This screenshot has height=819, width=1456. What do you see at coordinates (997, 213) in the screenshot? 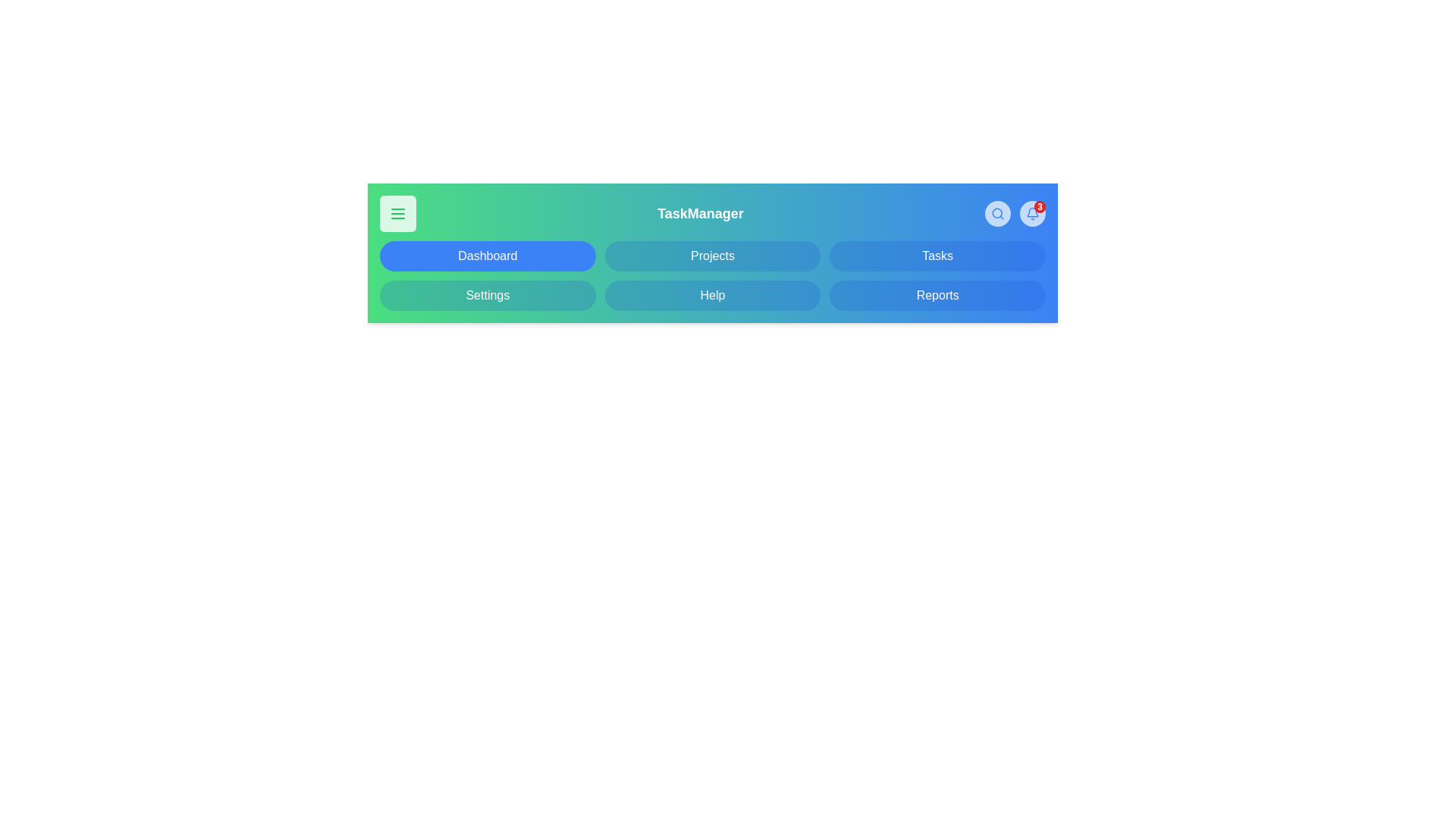
I see `the search button to initiate a search` at bounding box center [997, 213].